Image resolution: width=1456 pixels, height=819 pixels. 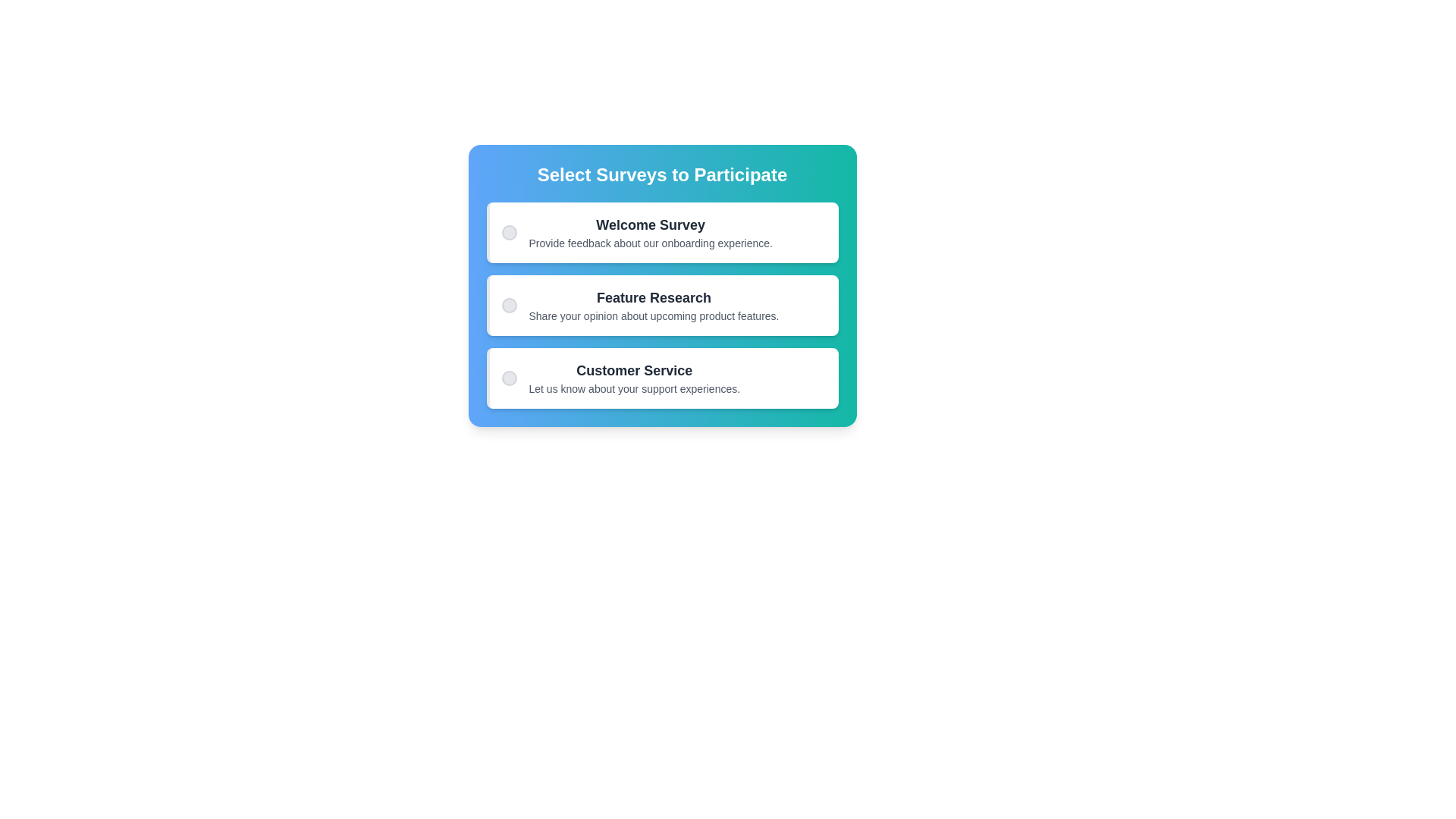 What do you see at coordinates (654, 305) in the screenshot?
I see `descriptive text block about the 'Feature Research' survey option, which is centrally located in the second box of the vertically stacked list of options, positioned below 'Welcome Survey' and above 'Customer Service'` at bounding box center [654, 305].